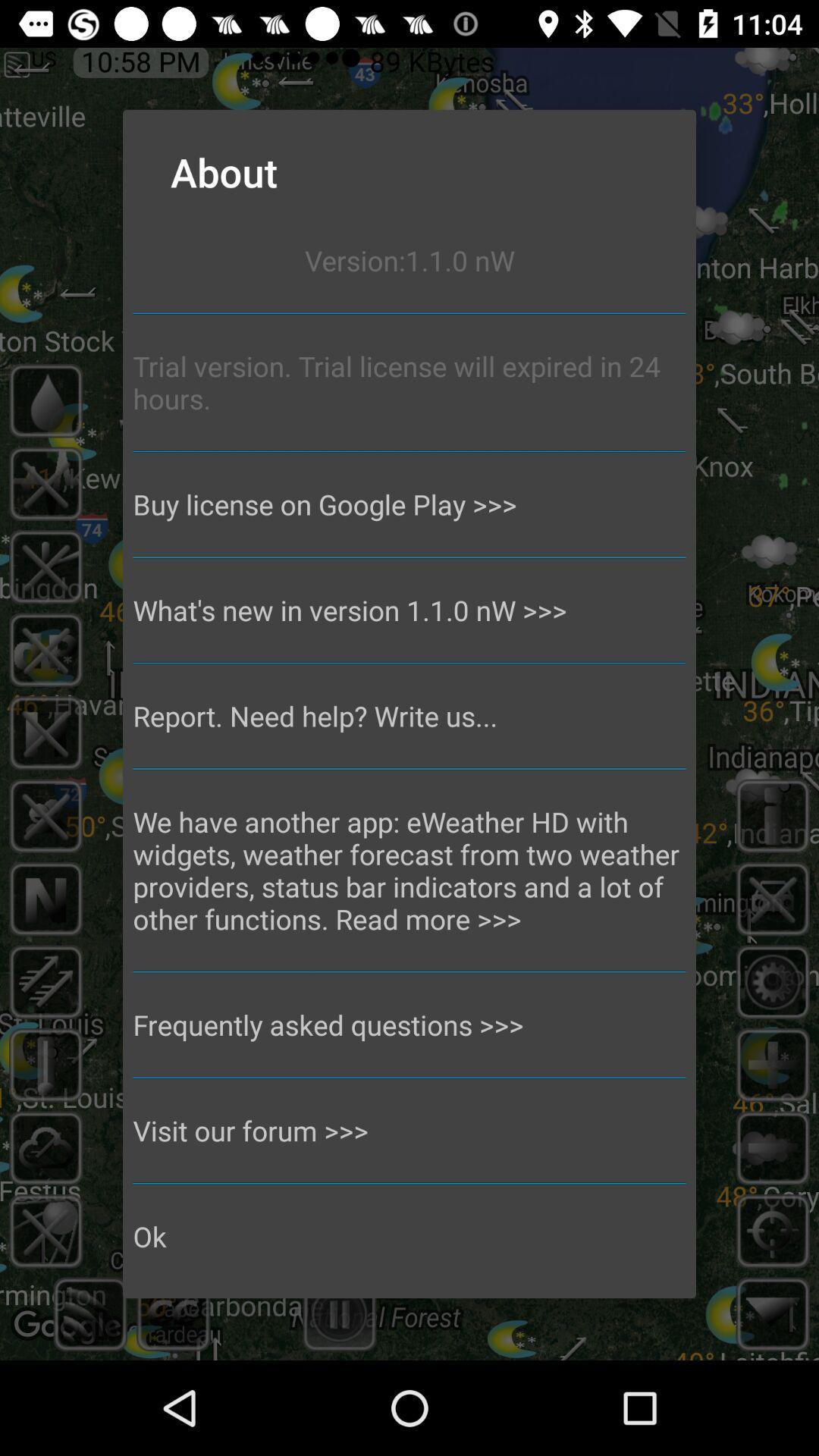 This screenshot has height=1456, width=819. I want to click on ok item, so click(409, 1236).